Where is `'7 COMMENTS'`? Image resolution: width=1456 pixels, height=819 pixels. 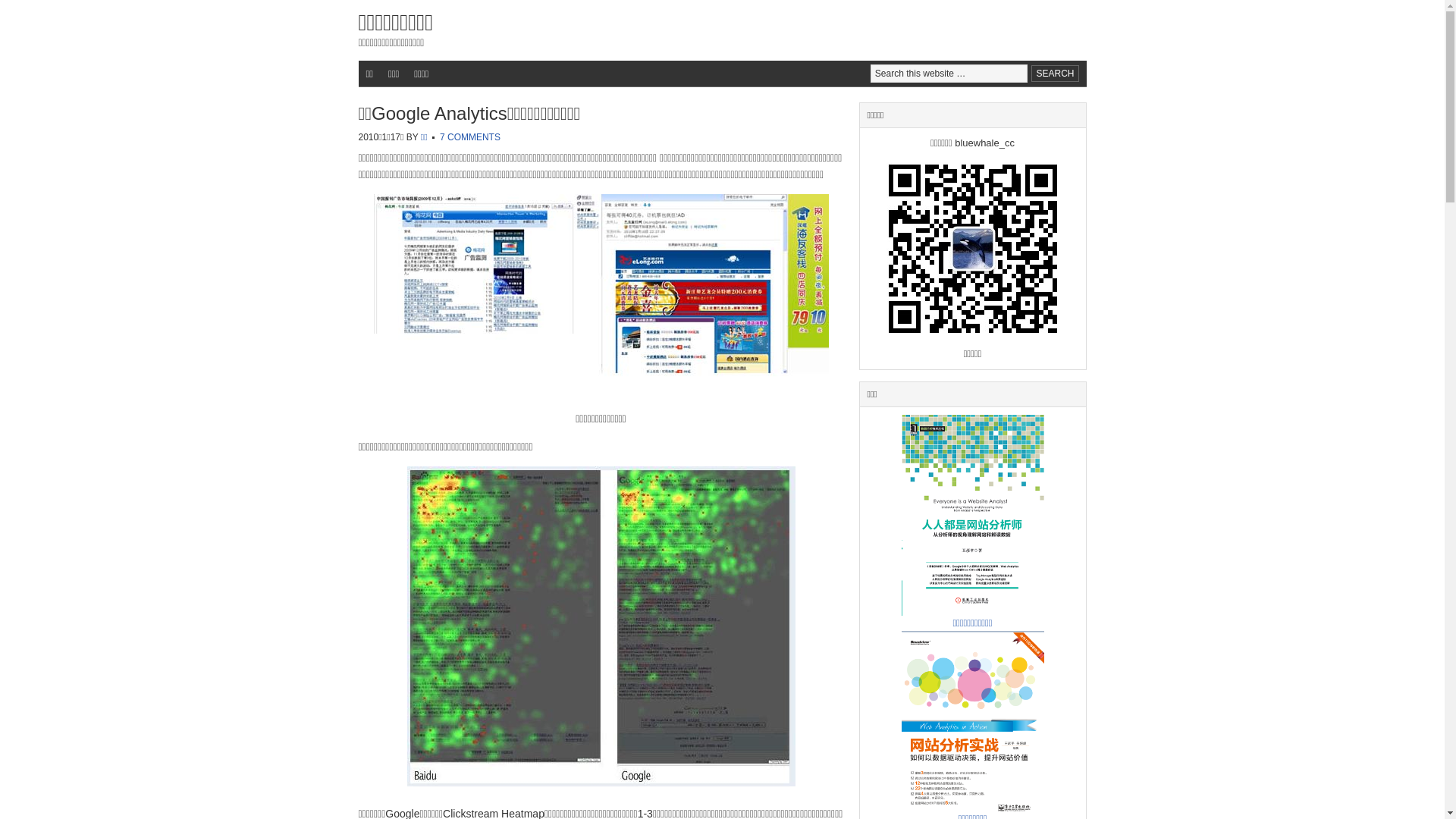 '7 COMMENTS' is located at coordinates (439, 137).